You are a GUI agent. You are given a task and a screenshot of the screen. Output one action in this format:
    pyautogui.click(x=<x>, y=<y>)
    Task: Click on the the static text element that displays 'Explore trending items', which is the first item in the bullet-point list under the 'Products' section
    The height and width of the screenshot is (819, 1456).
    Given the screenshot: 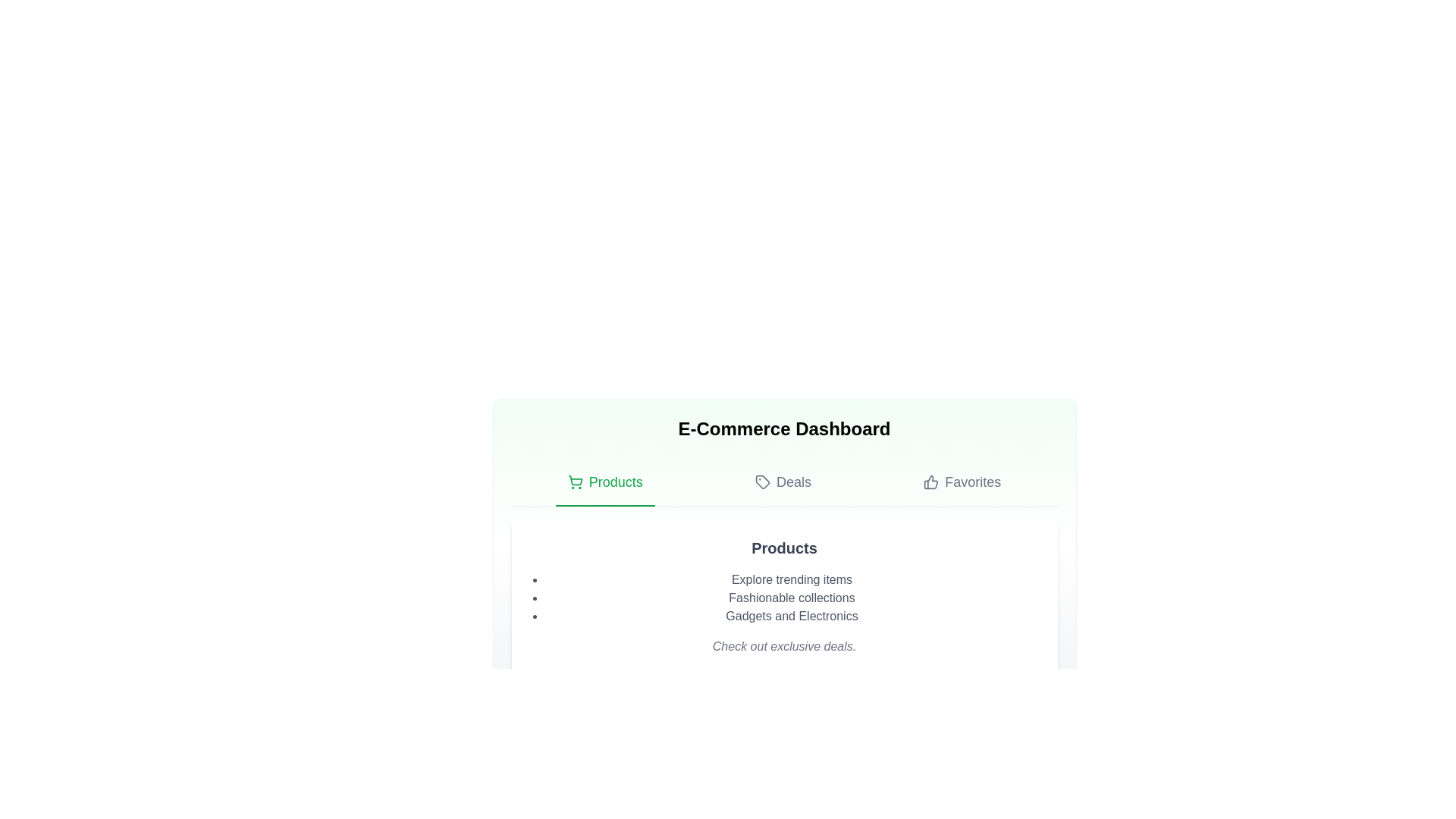 What is the action you would take?
    pyautogui.click(x=791, y=579)
    